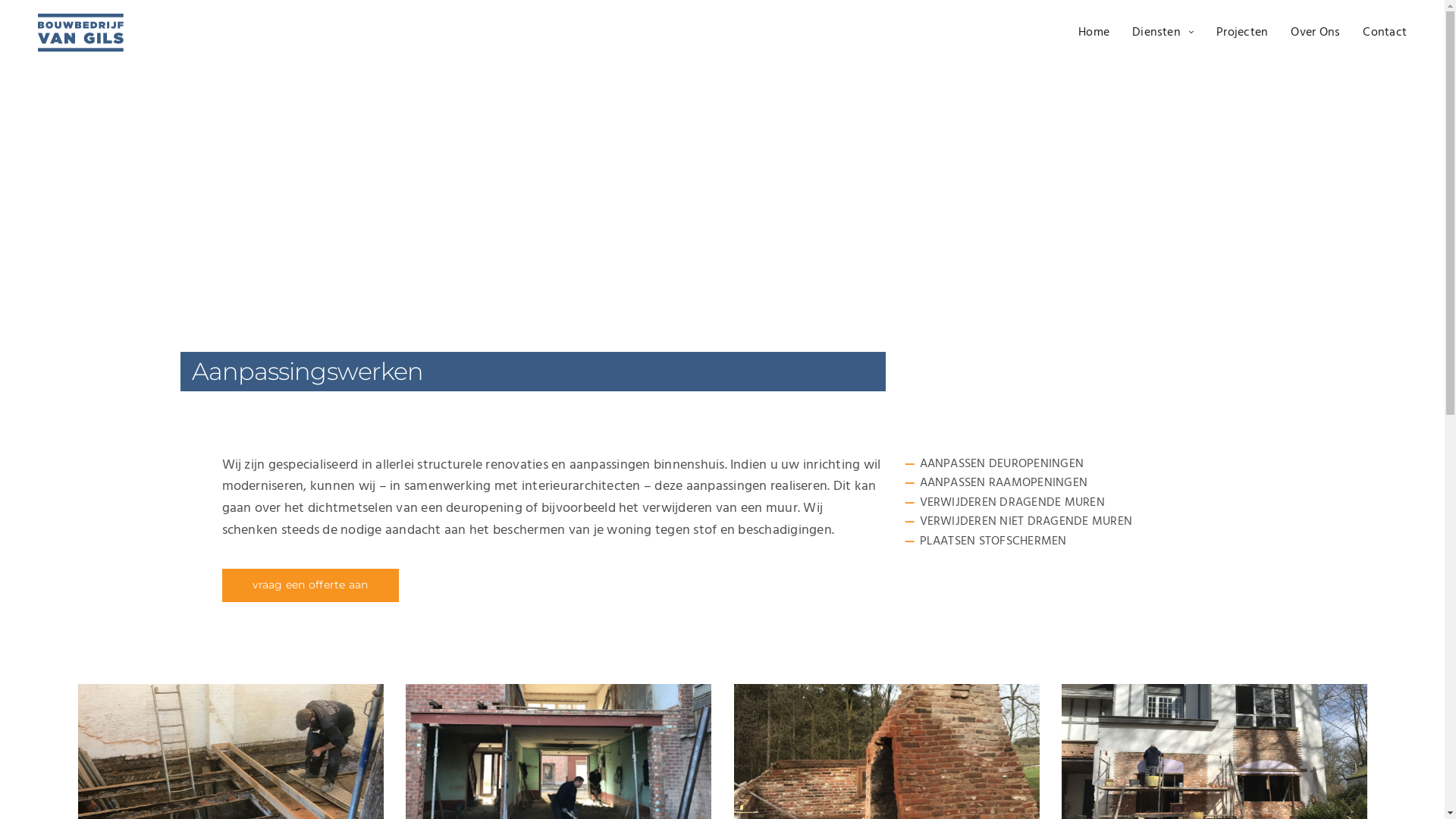 This screenshot has width=1456, height=819. Describe the element at coordinates (1094, 32) in the screenshot. I see `'Home'` at that location.